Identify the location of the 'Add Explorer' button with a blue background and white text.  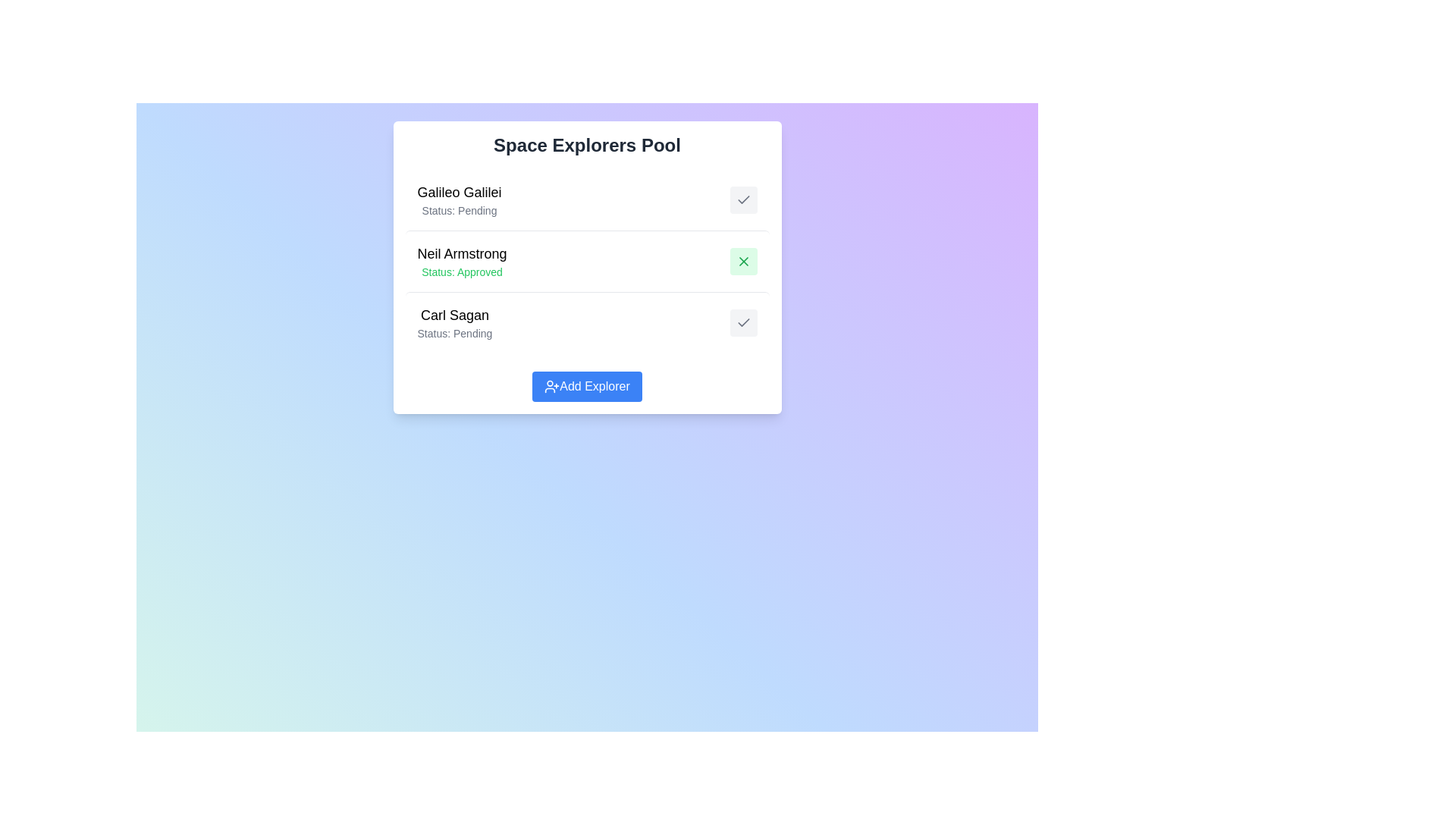
(586, 385).